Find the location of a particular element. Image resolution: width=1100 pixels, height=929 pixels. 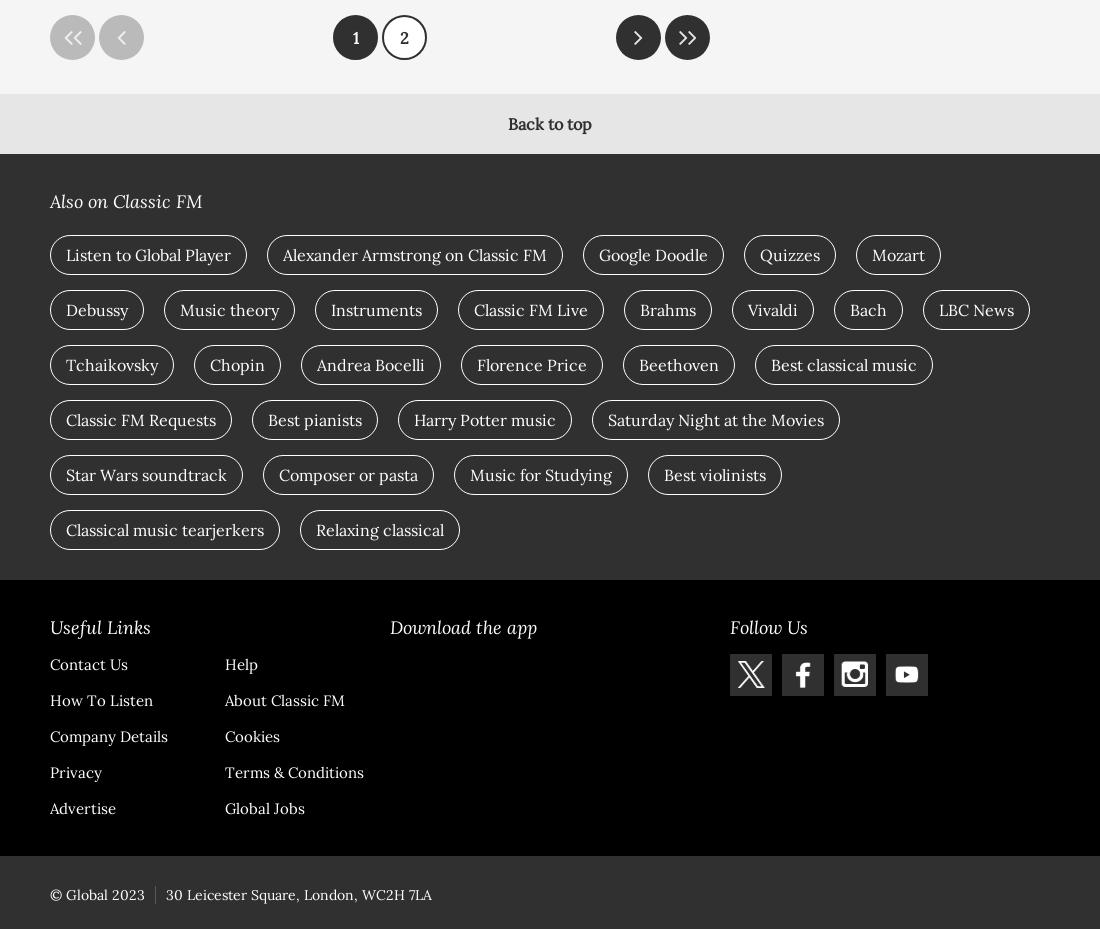

'30 Leicester Square, London, WC2H 7LA' is located at coordinates (164, 893).